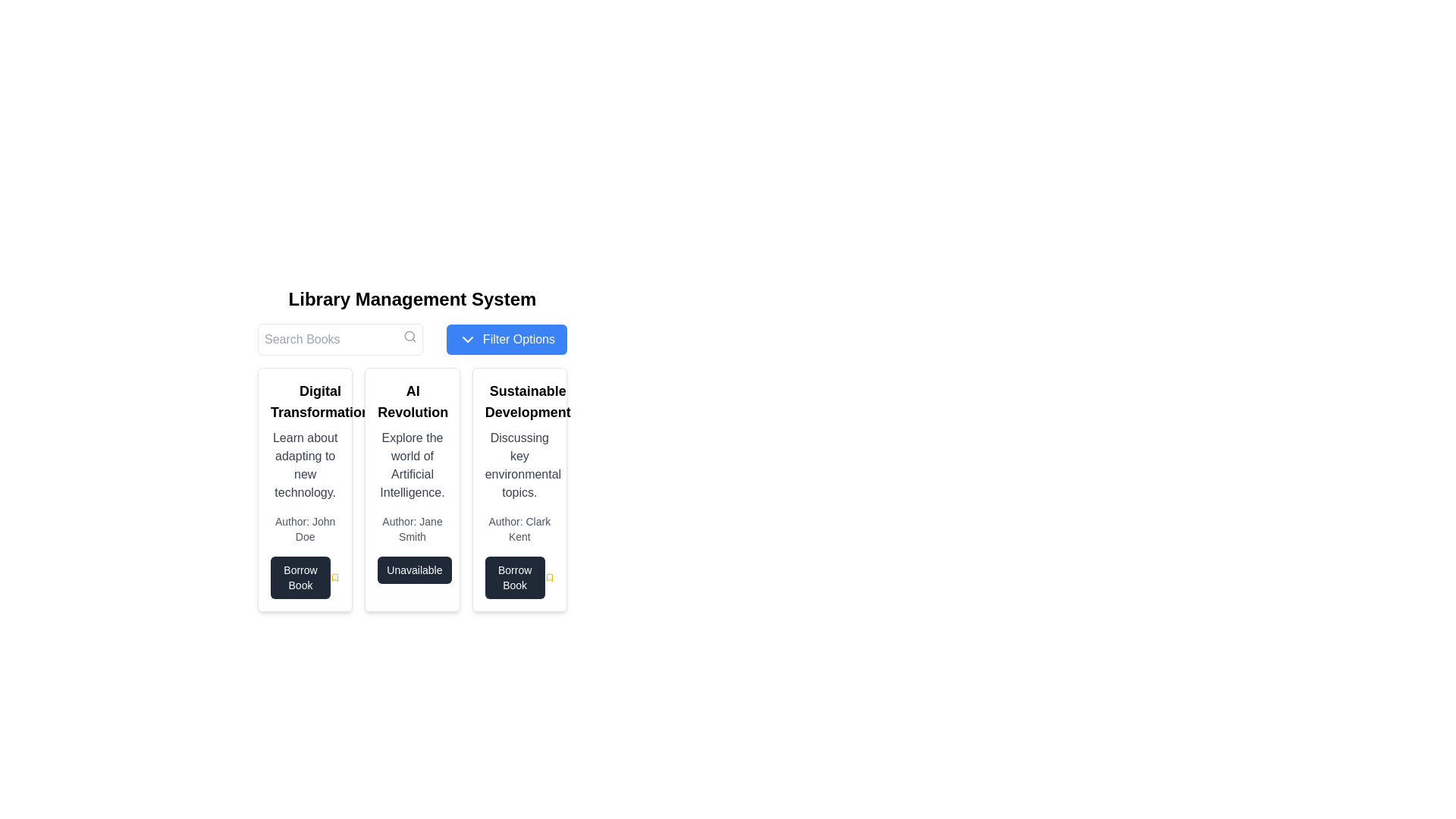 This screenshot has width=1456, height=819. What do you see at coordinates (414, 570) in the screenshot?
I see `the rectangular button with rounded corners displaying 'Unavailable' located at the bottom of the 'AI Revolution' section card` at bounding box center [414, 570].